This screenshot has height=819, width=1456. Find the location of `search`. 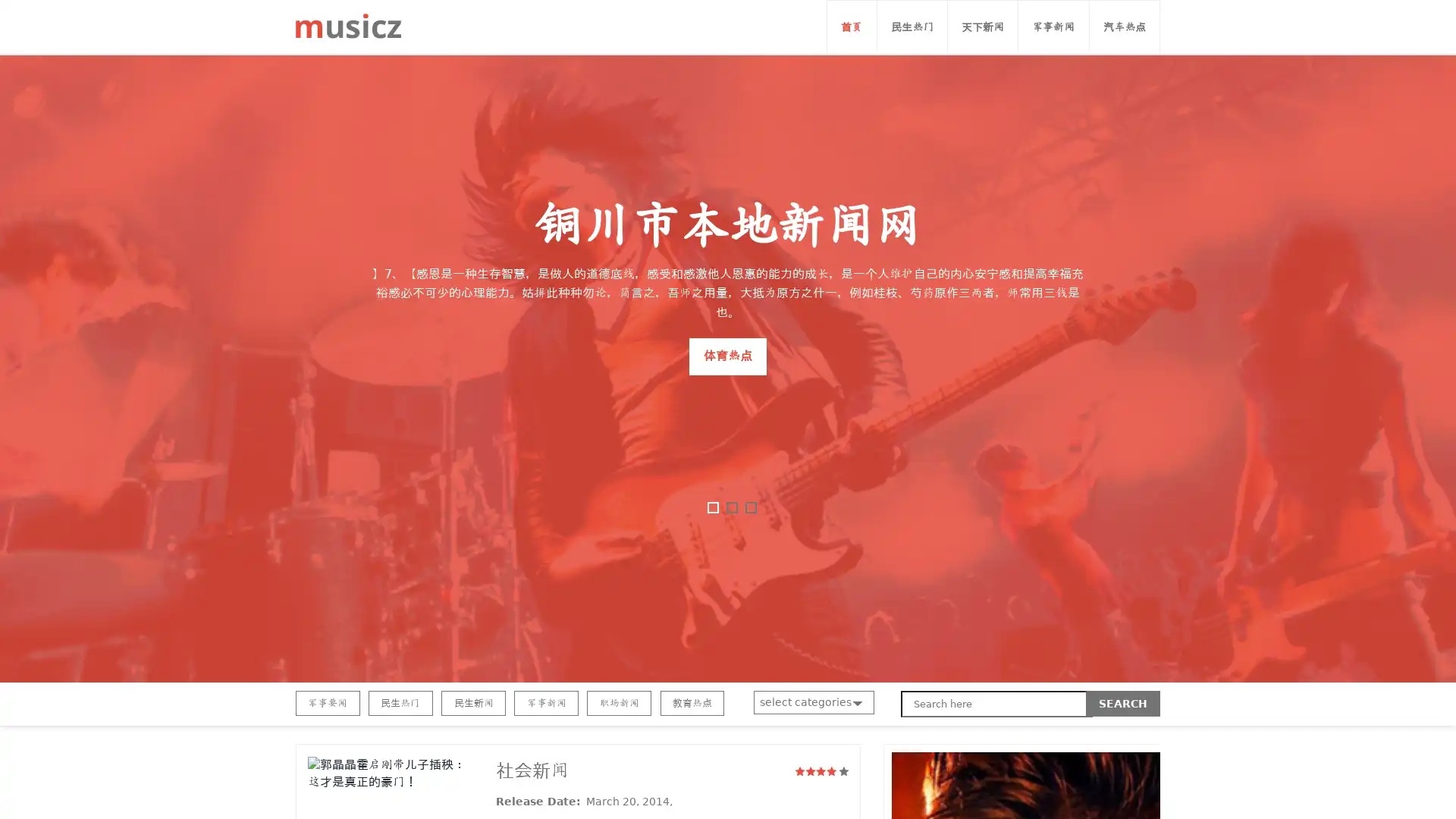

search is located at coordinates (1123, 704).